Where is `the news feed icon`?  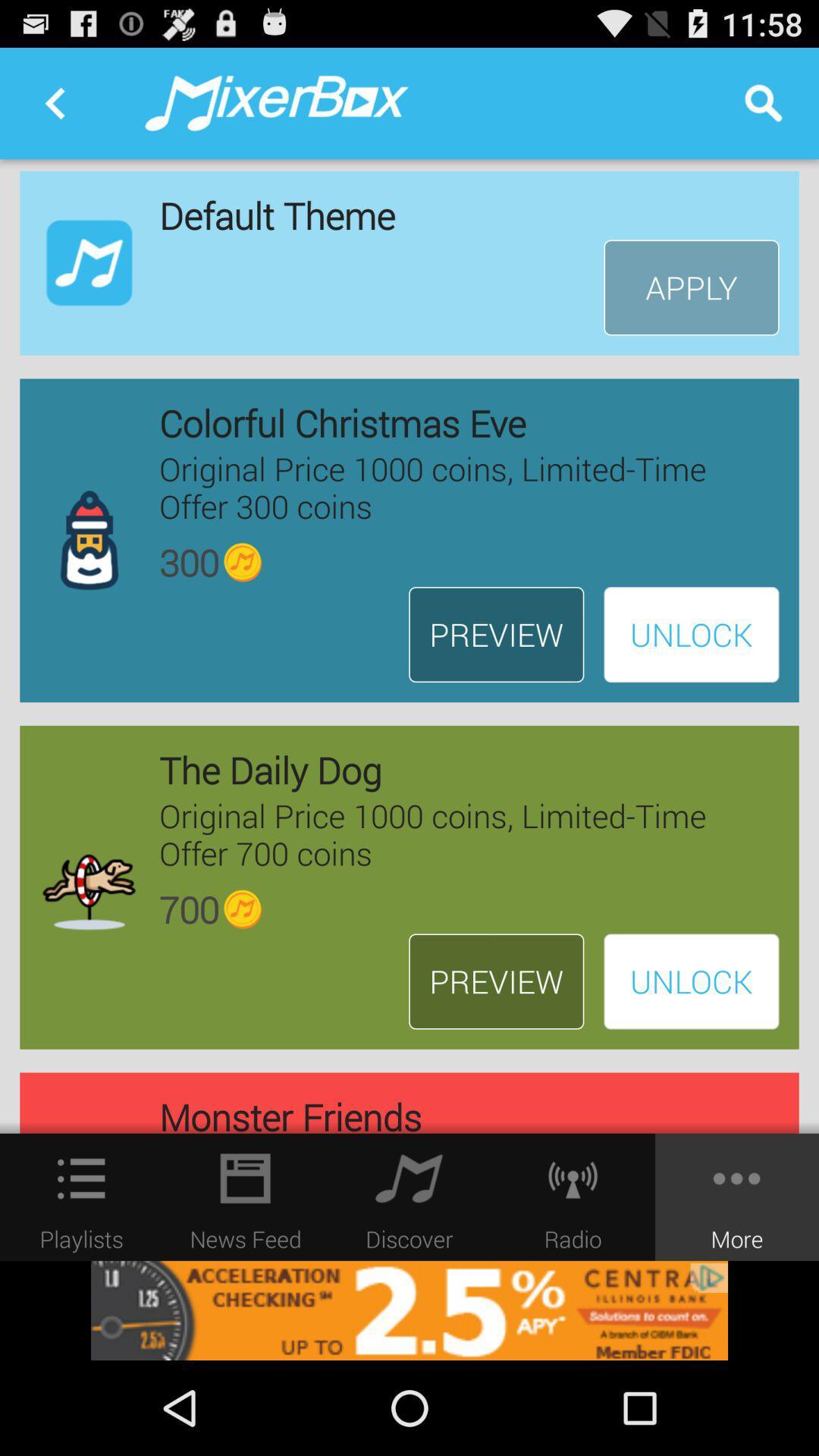
the news feed icon is located at coordinates (245, 1178).